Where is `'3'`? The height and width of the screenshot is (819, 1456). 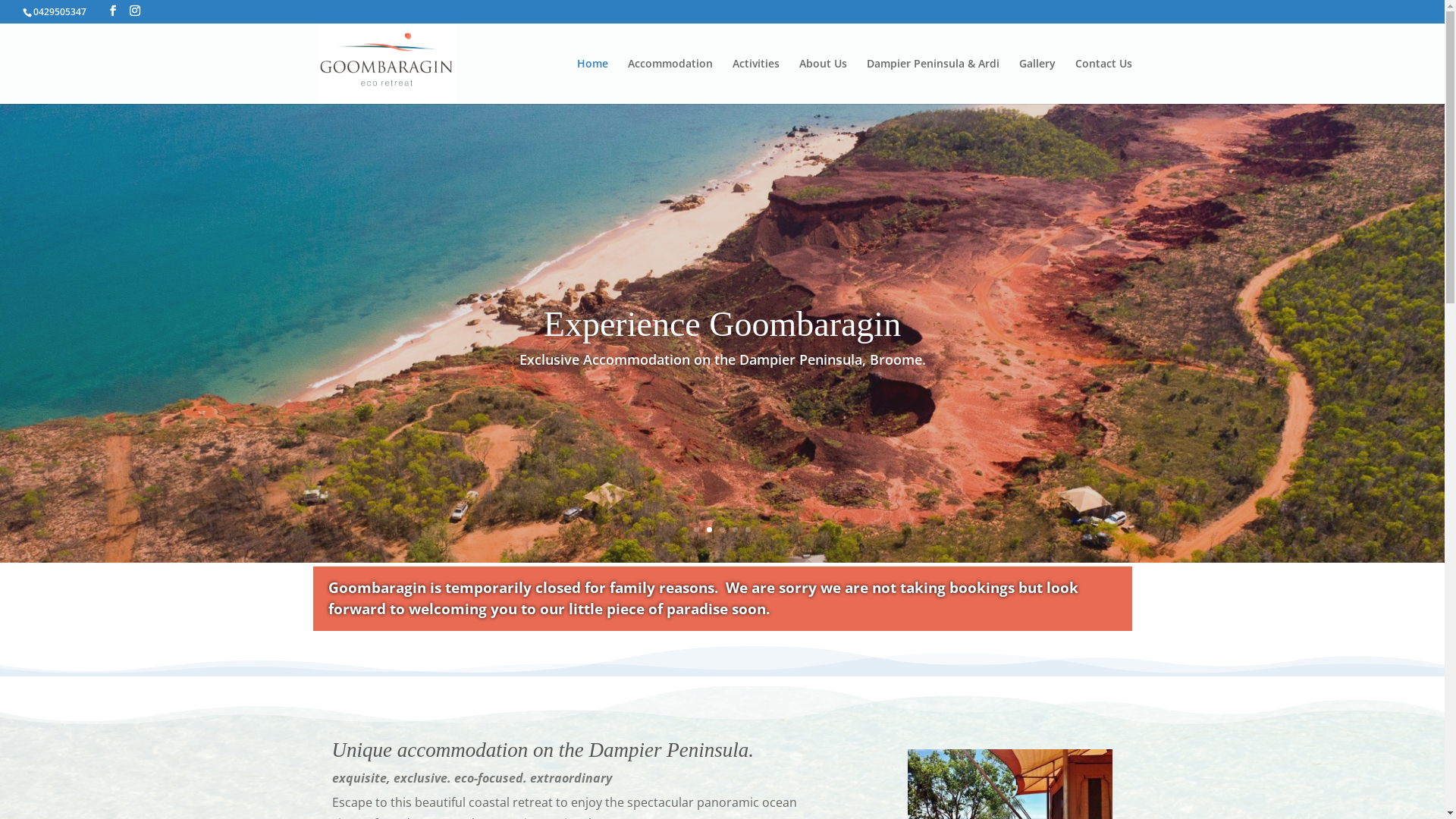 '3' is located at coordinates (721, 529).